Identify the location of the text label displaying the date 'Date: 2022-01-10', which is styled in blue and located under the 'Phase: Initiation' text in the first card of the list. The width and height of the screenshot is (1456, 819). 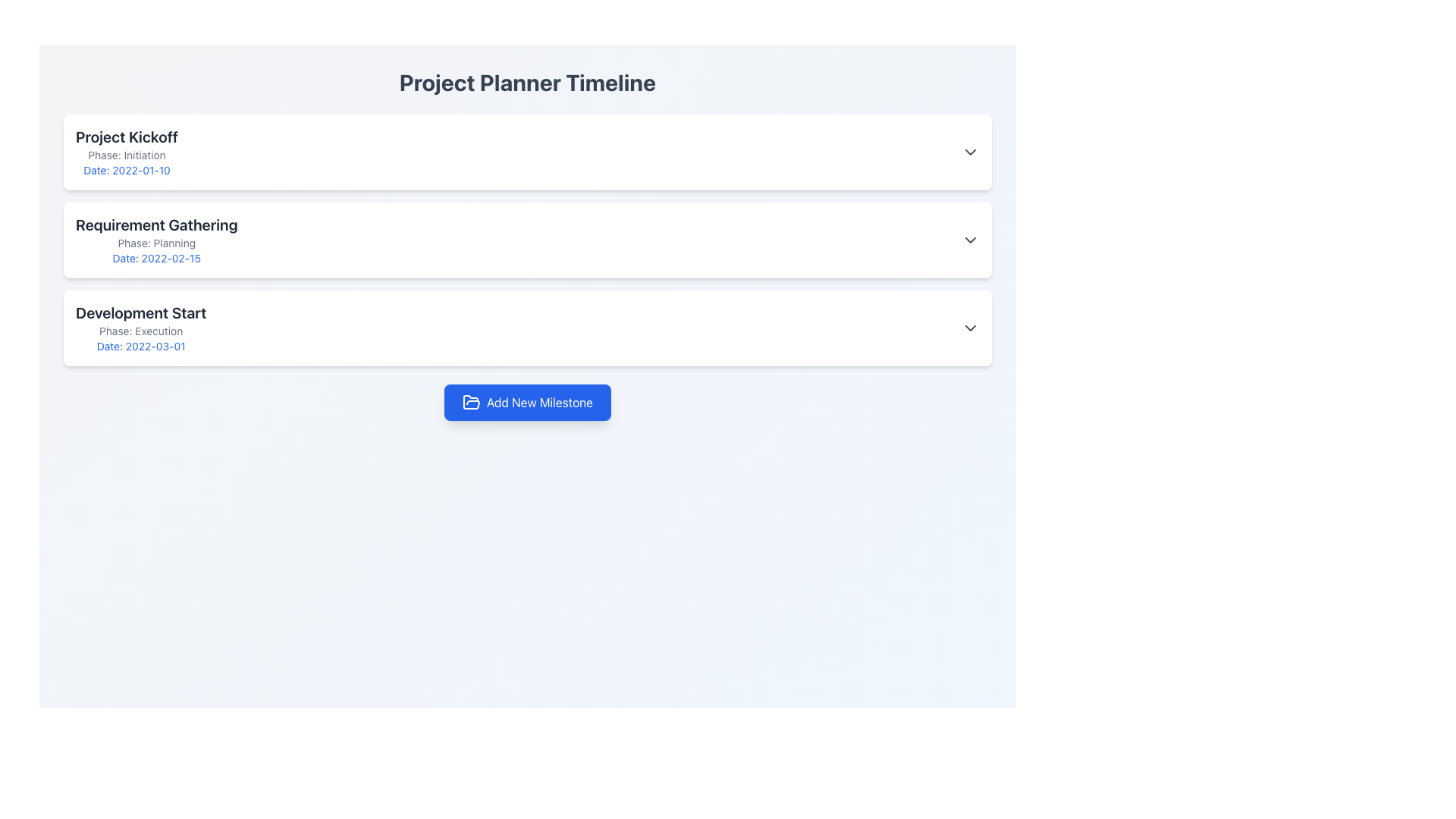
(127, 170).